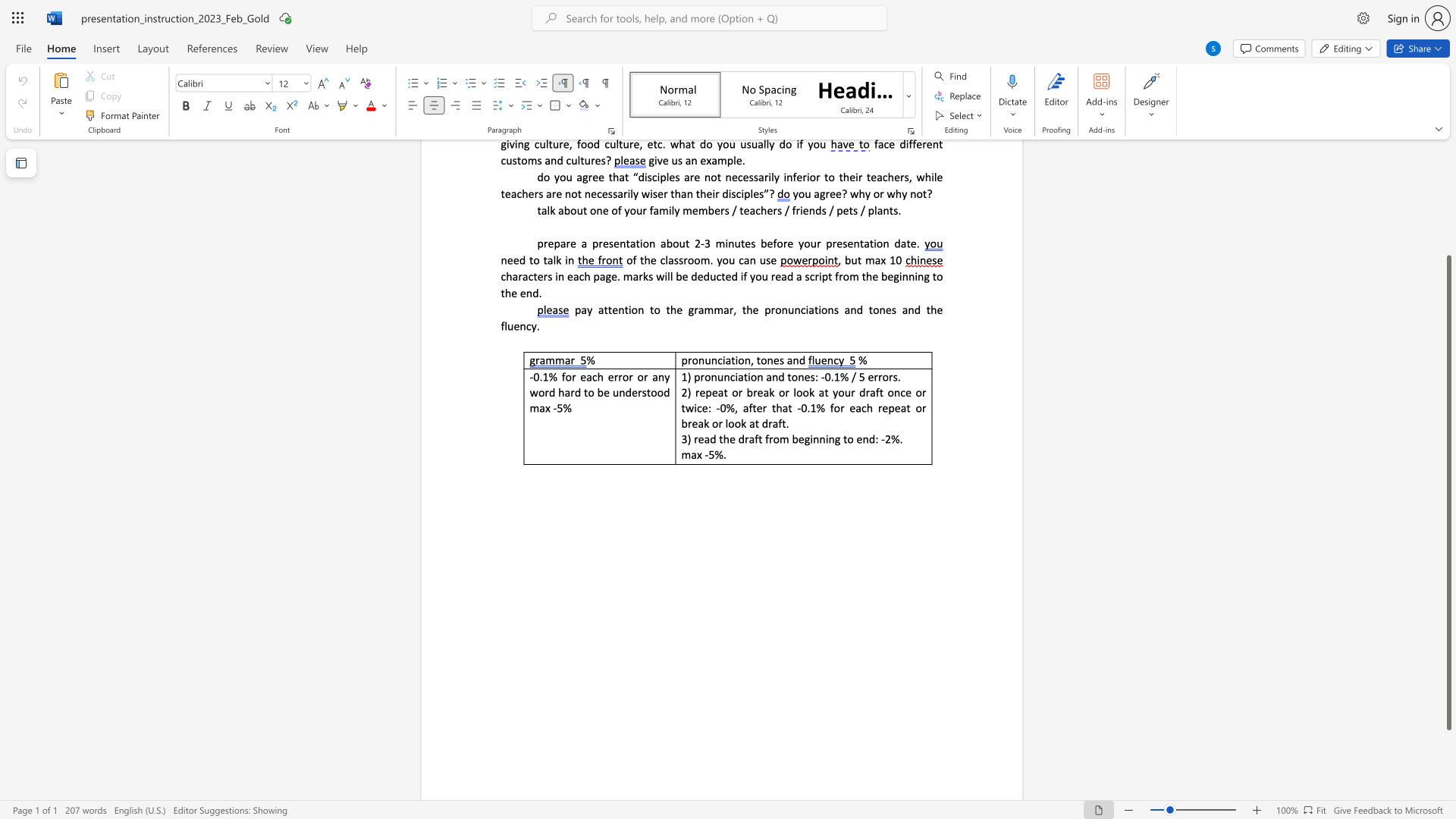 This screenshot has width=1456, height=819. What do you see at coordinates (1448, 492) in the screenshot?
I see `the scrollbar and move up 90 pixels` at bounding box center [1448, 492].